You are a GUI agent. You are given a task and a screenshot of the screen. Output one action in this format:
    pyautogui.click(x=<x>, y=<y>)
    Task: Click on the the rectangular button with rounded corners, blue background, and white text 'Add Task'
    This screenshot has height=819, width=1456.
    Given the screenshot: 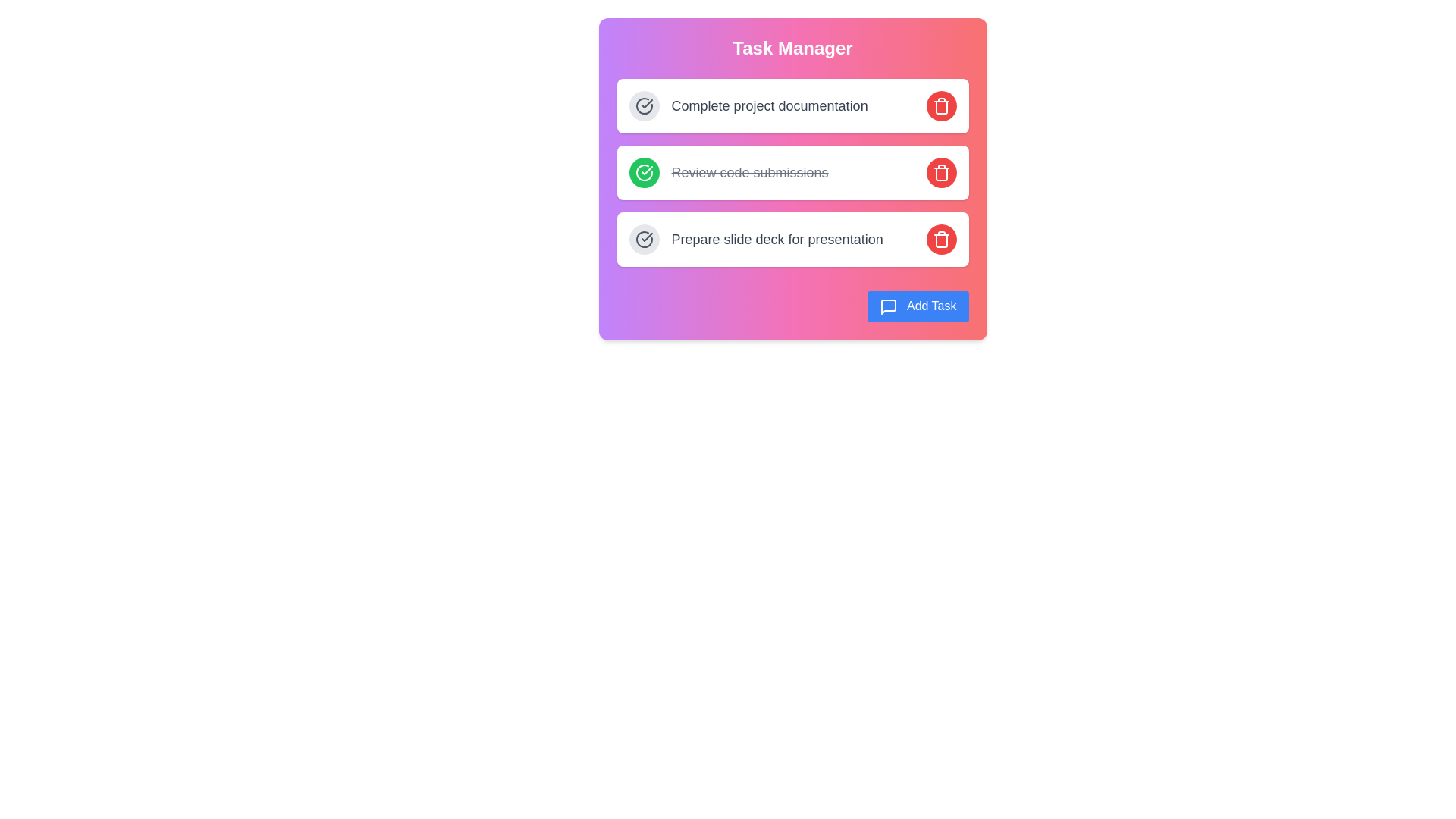 What is the action you would take?
    pyautogui.click(x=917, y=306)
    